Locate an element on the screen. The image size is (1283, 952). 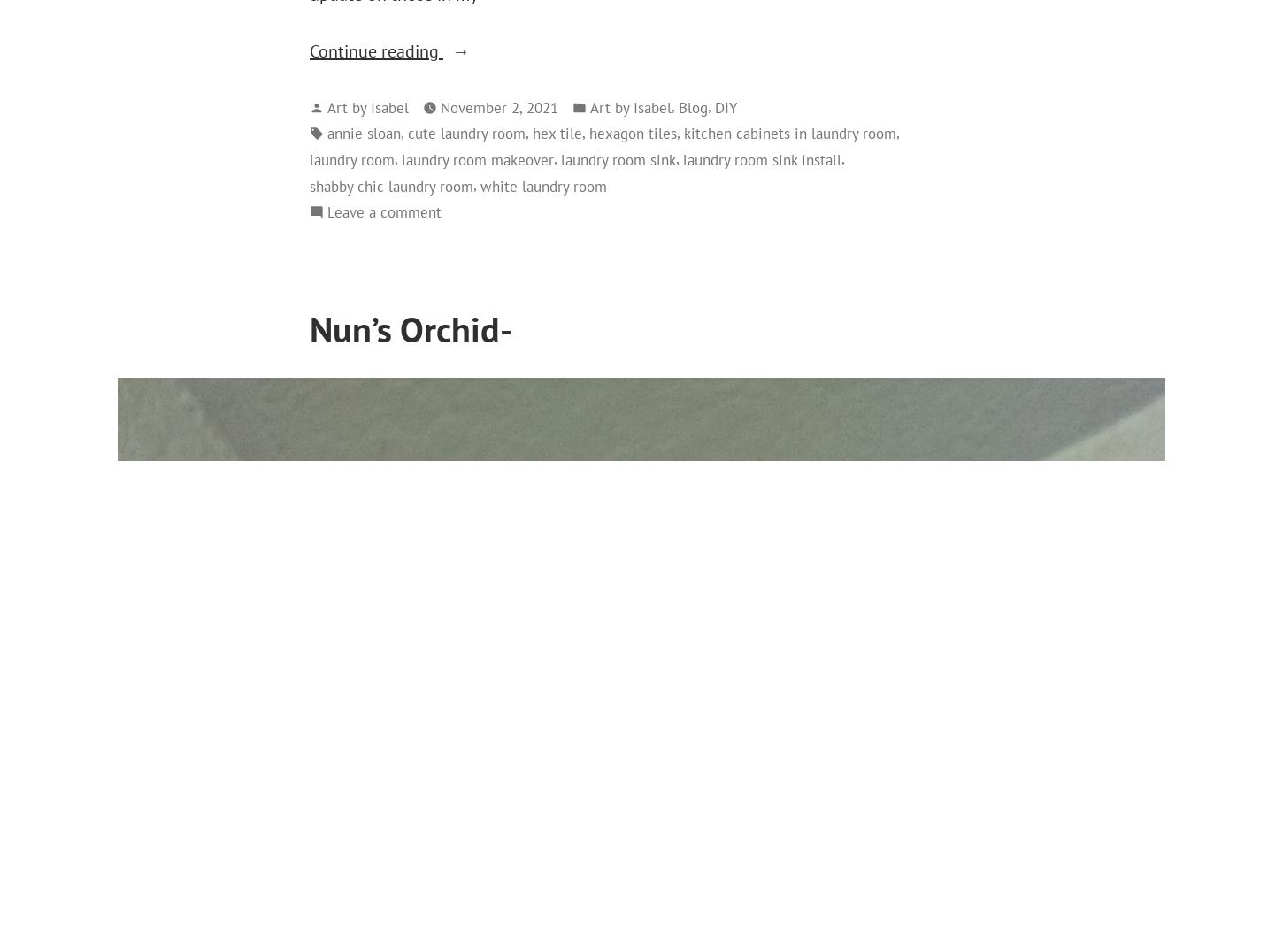
'November 2, 2021' is located at coordinates (499, 105).